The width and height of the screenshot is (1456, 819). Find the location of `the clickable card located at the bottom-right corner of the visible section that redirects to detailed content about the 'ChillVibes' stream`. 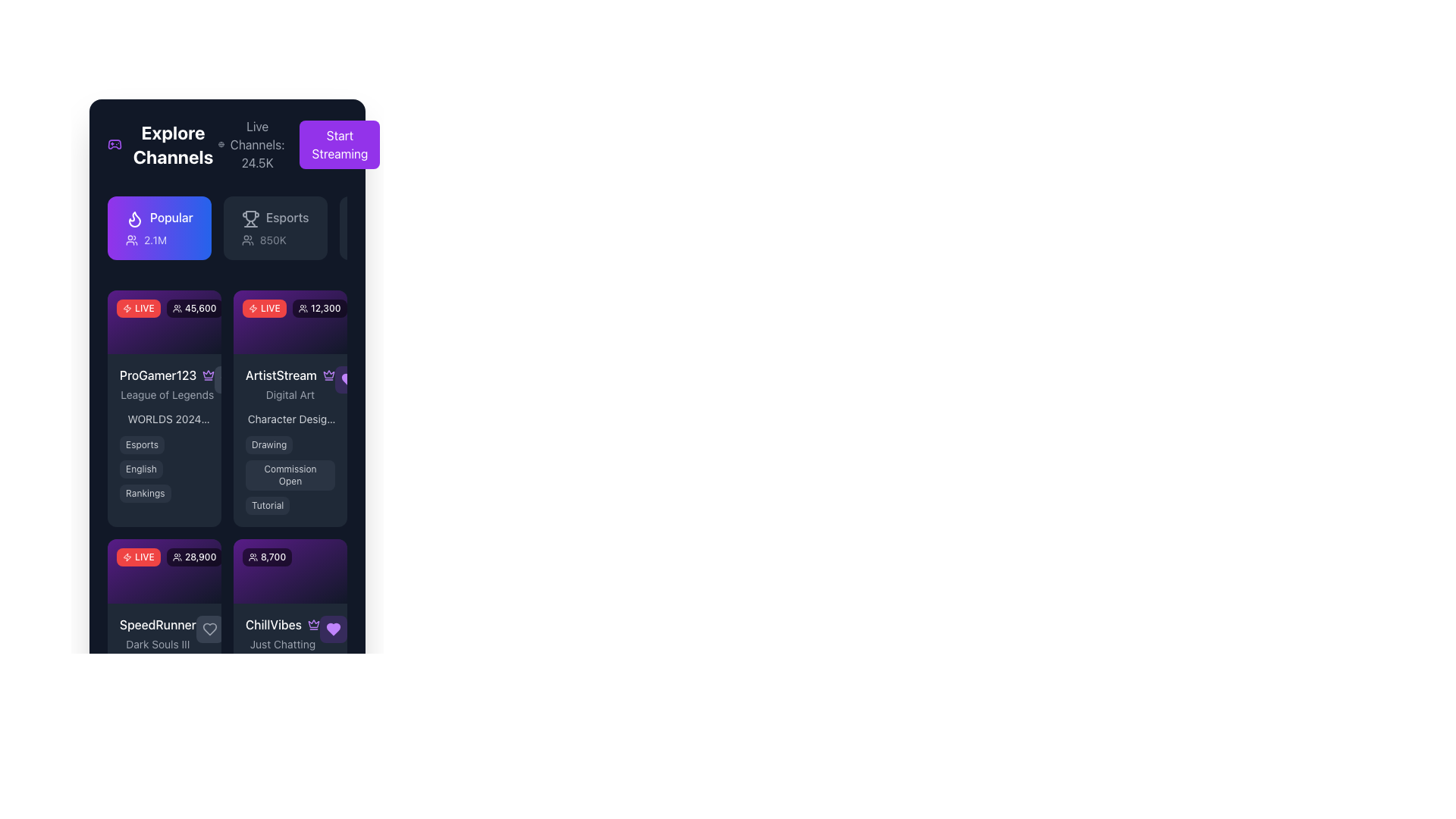

the clickable card located at the bottom-right corner of the visible section that redirects to detailed content about the 'ChillVibes' stream is located at coordinates (290, 651).